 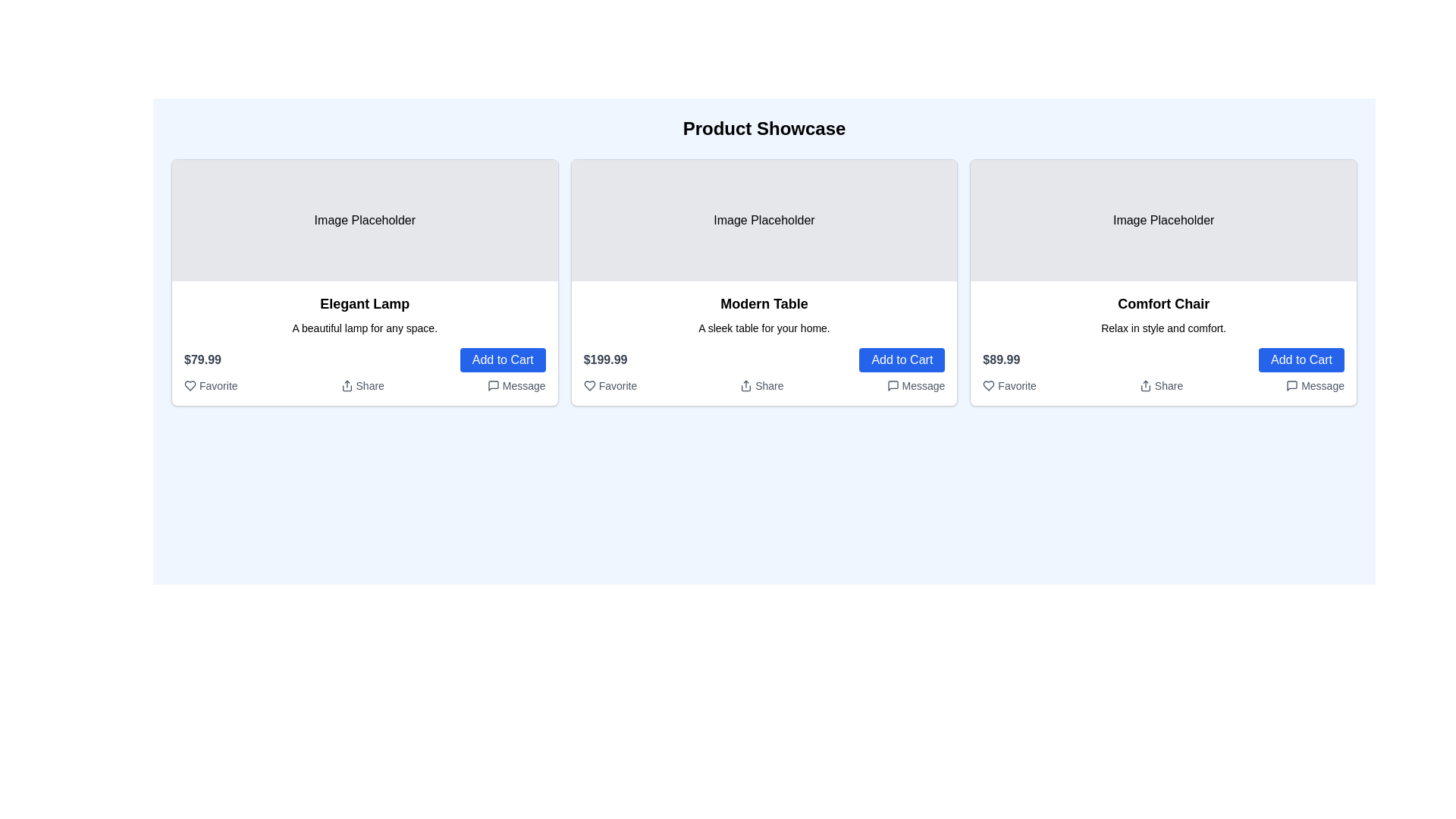 What do you see at coordinates (1009, 385) in the screenshot?
I see `the favorite button located at the bottom left of the 'Comfort Chair' card to prepare for keyboard interaction` at bounding box center [1009, 385].